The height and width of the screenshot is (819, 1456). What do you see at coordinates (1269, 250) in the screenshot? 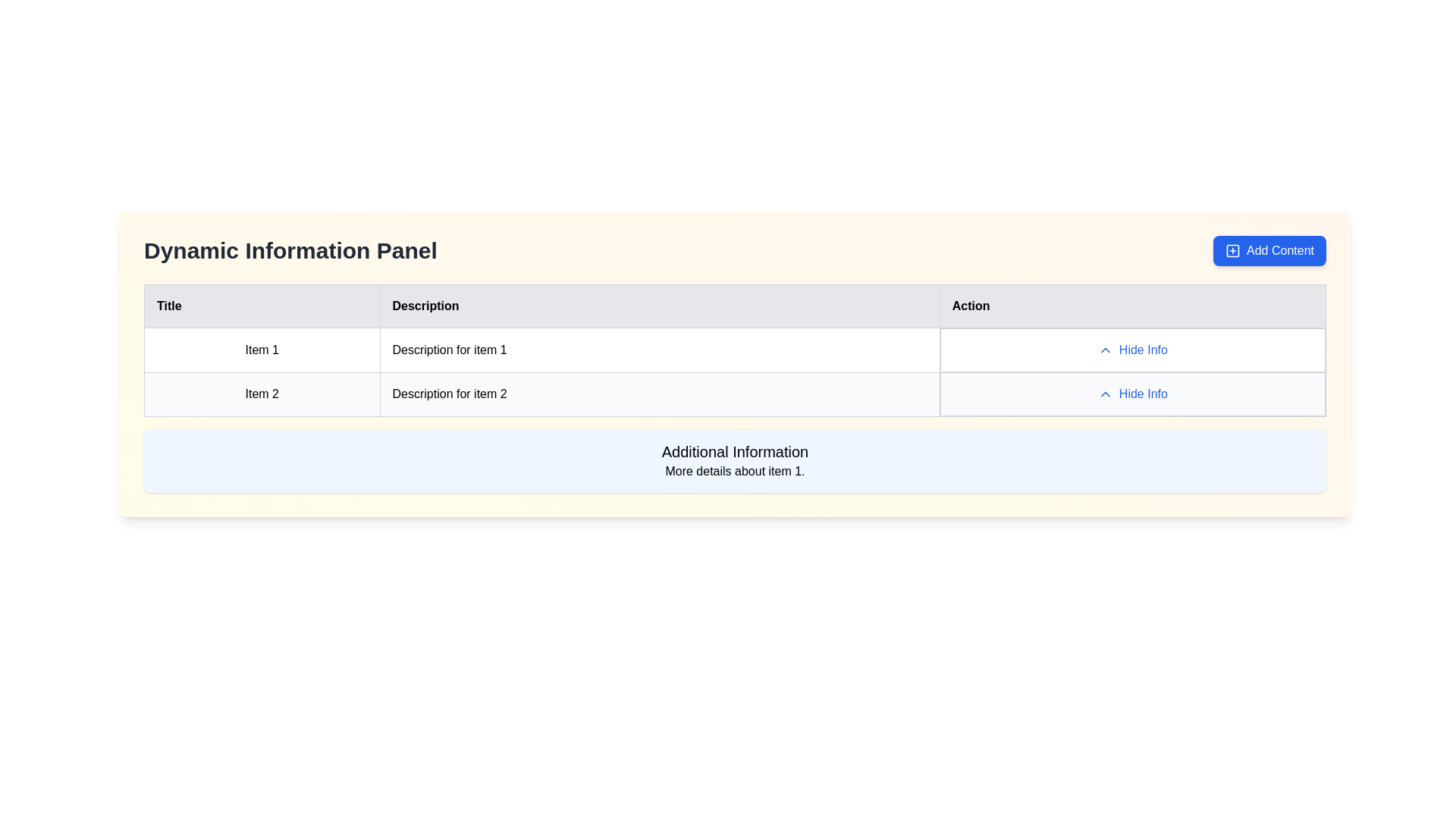
I see `the blue 'Add Content' button with white text and a plus icon located at the top-right of the 'Dynamic Information Panel'` at bounding box center [1269, 250].